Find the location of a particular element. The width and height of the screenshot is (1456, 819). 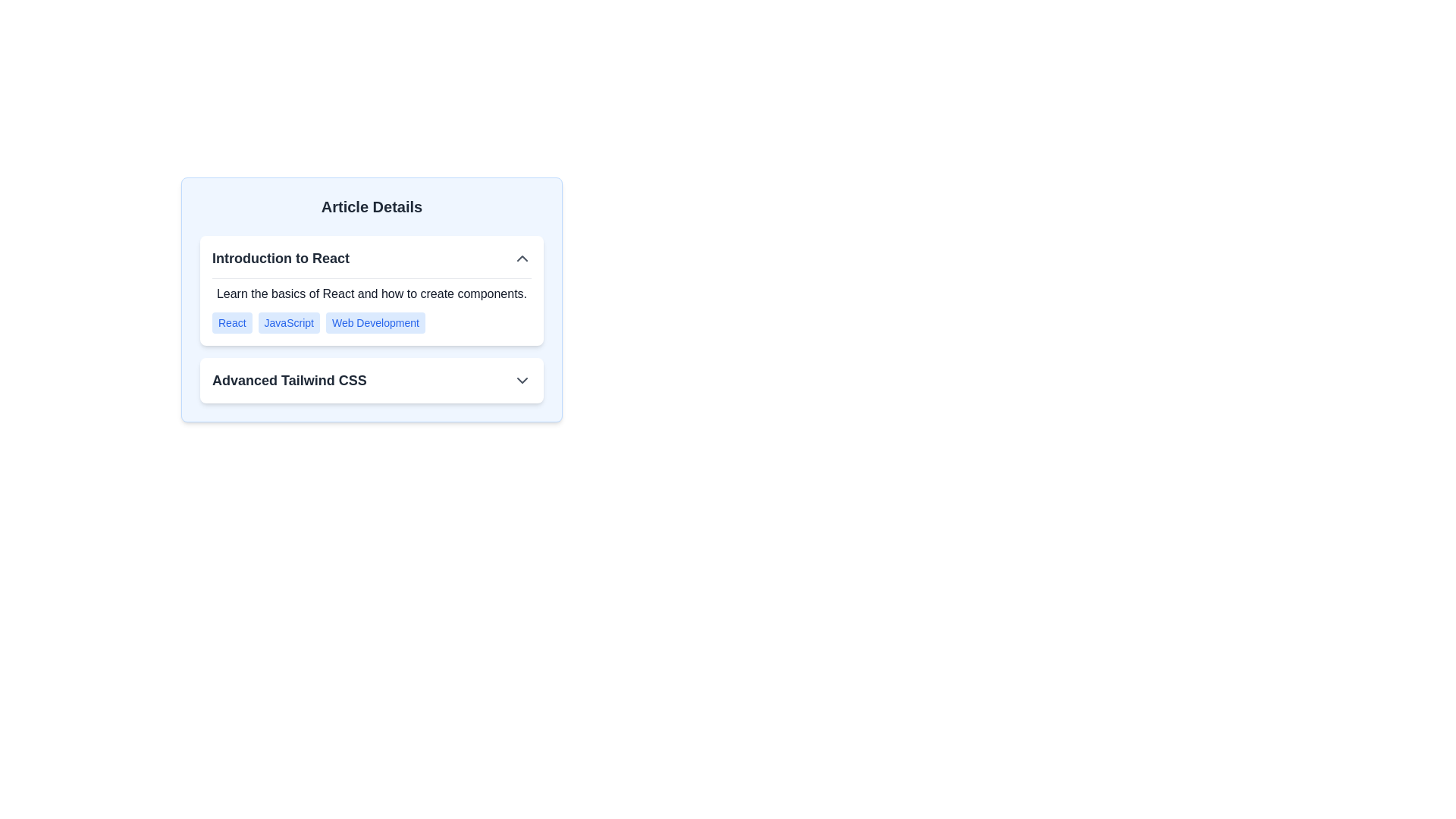

the first badge representing a related topic or keyword in the 'Introduction to React' section, which aids in categorizing or summarizing content is located at coordinates (231, 322).